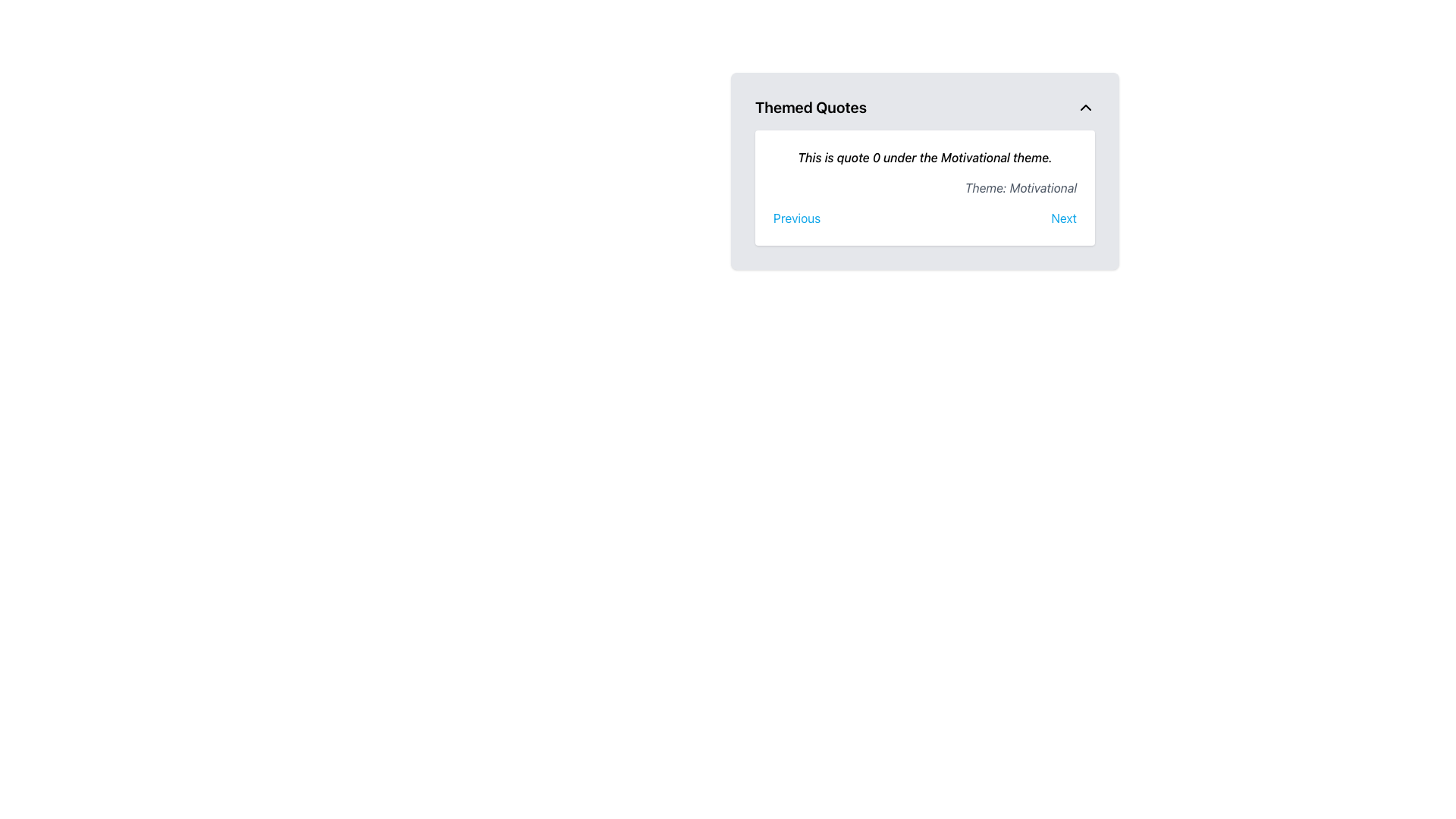 Image resolution: width=1456 pixels, height=819 pixels. I want to click on the 'Previous' button located at the bottom left of the main content box, so click(796, 218).